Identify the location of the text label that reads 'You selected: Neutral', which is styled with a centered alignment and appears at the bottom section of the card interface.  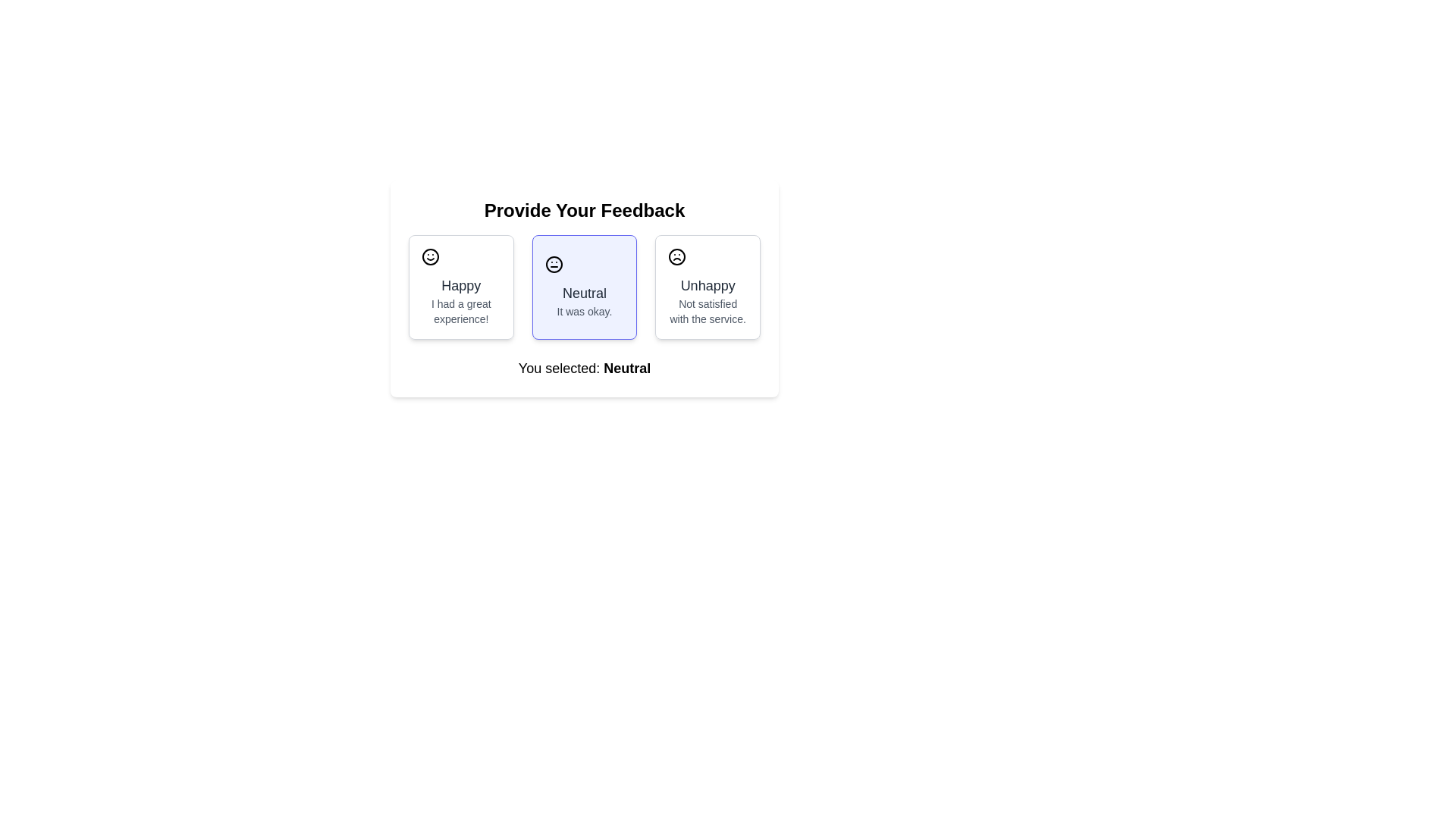
(584, 369).